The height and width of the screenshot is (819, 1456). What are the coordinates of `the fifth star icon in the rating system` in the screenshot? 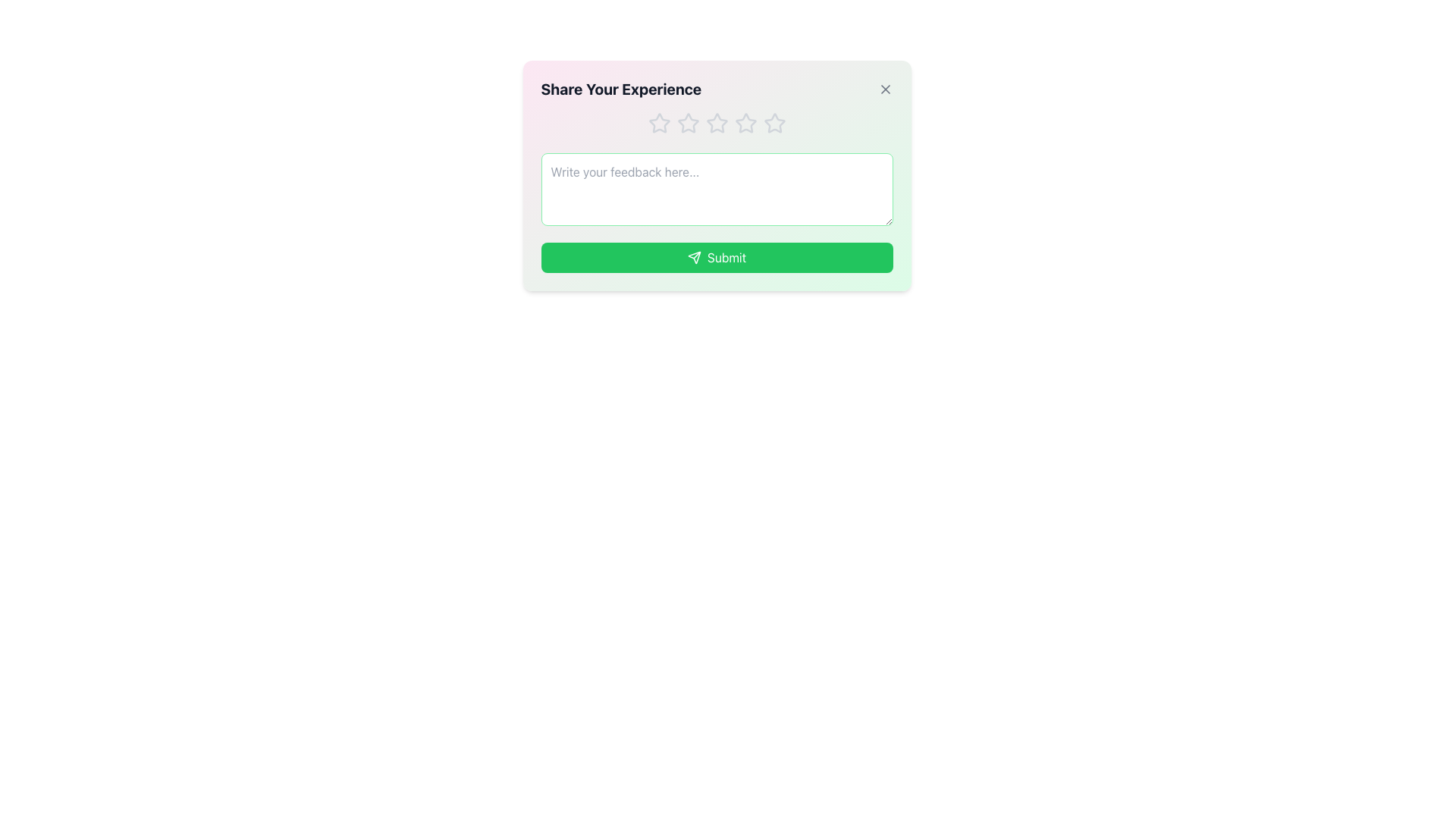 It's located at (774, 122).